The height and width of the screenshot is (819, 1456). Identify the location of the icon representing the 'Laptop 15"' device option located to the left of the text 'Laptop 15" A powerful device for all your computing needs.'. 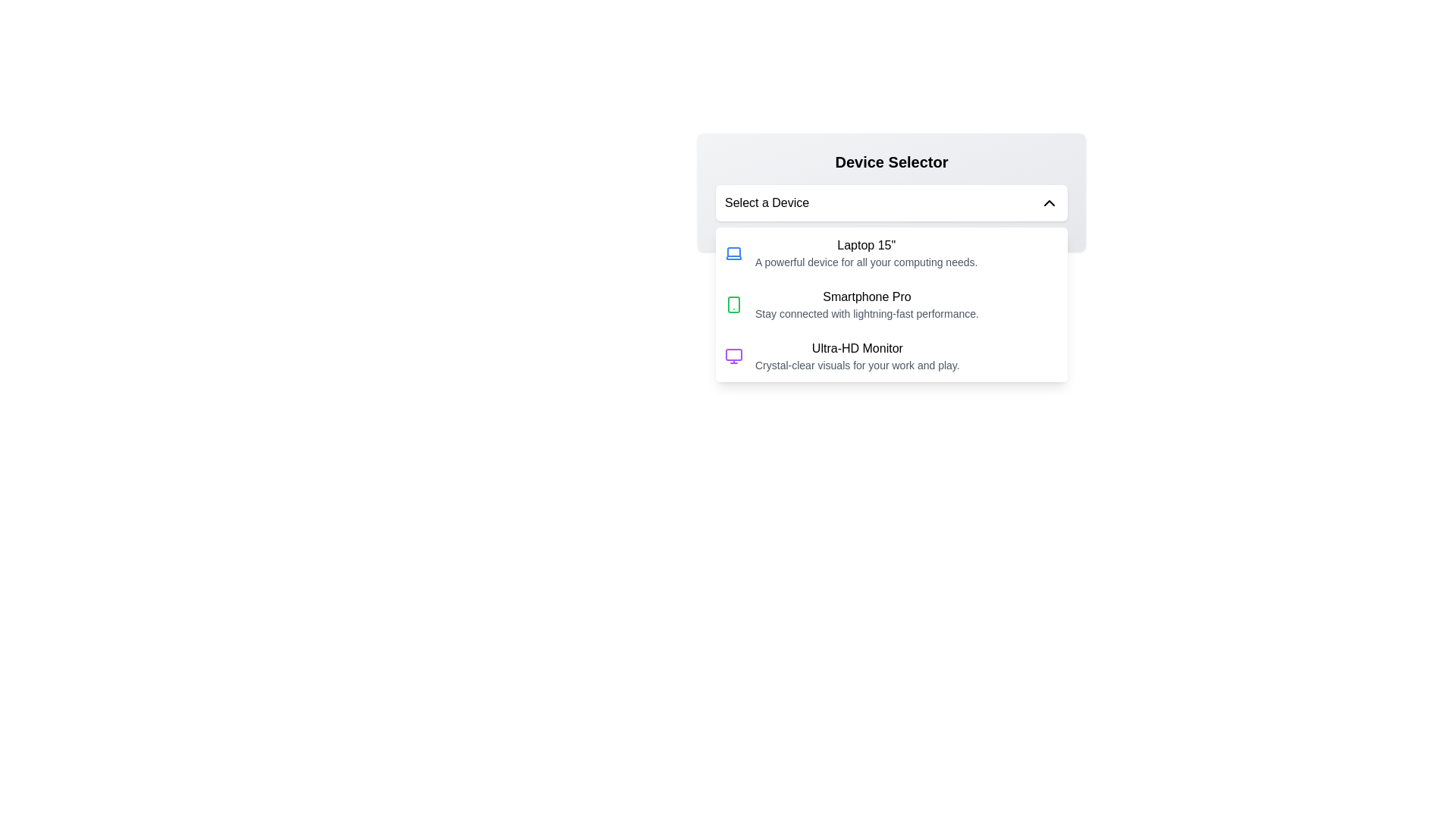
(734, 253).